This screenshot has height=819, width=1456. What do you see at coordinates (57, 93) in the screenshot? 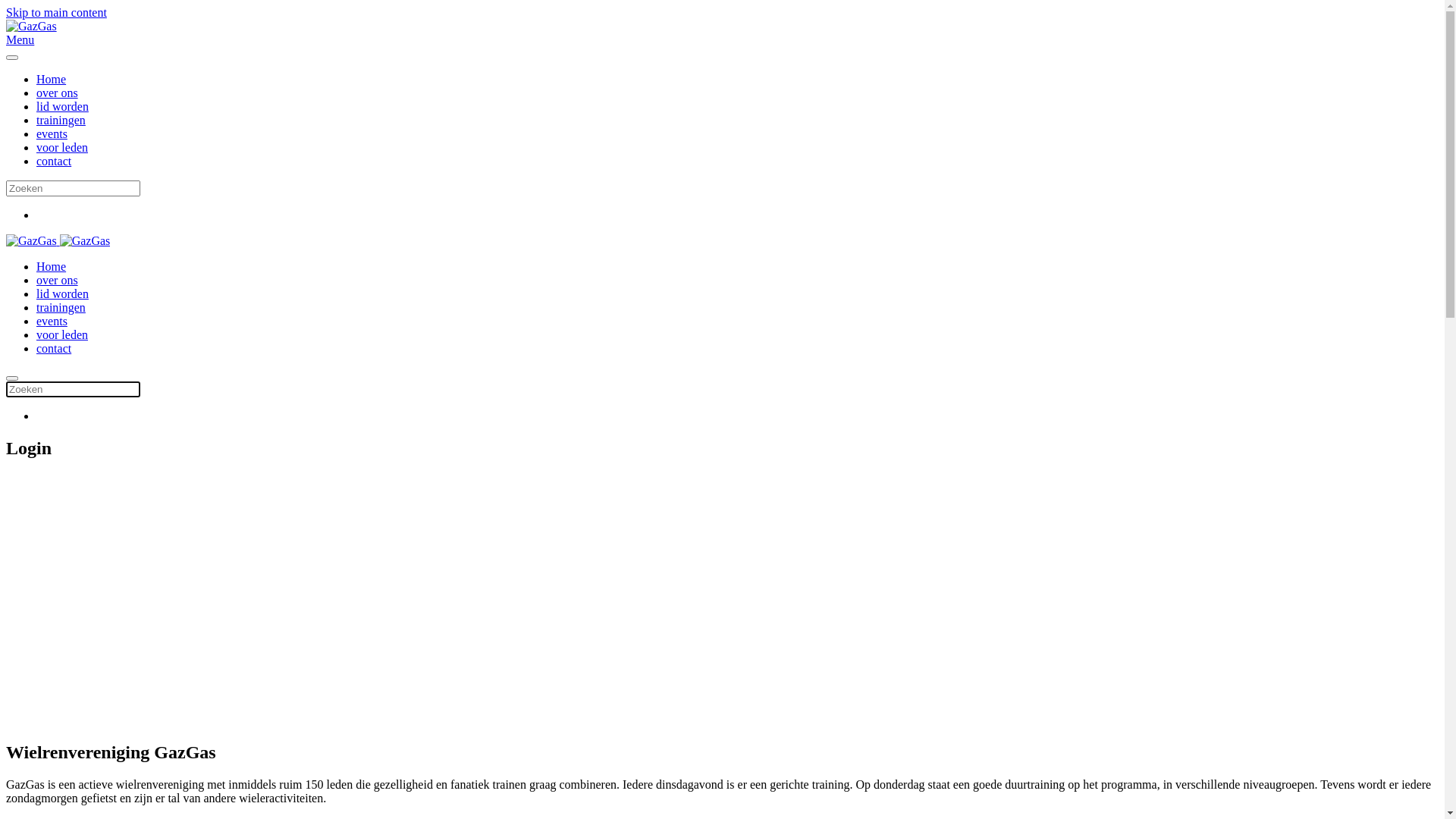
I see `'over ons'` at bounding box center [57, 93].